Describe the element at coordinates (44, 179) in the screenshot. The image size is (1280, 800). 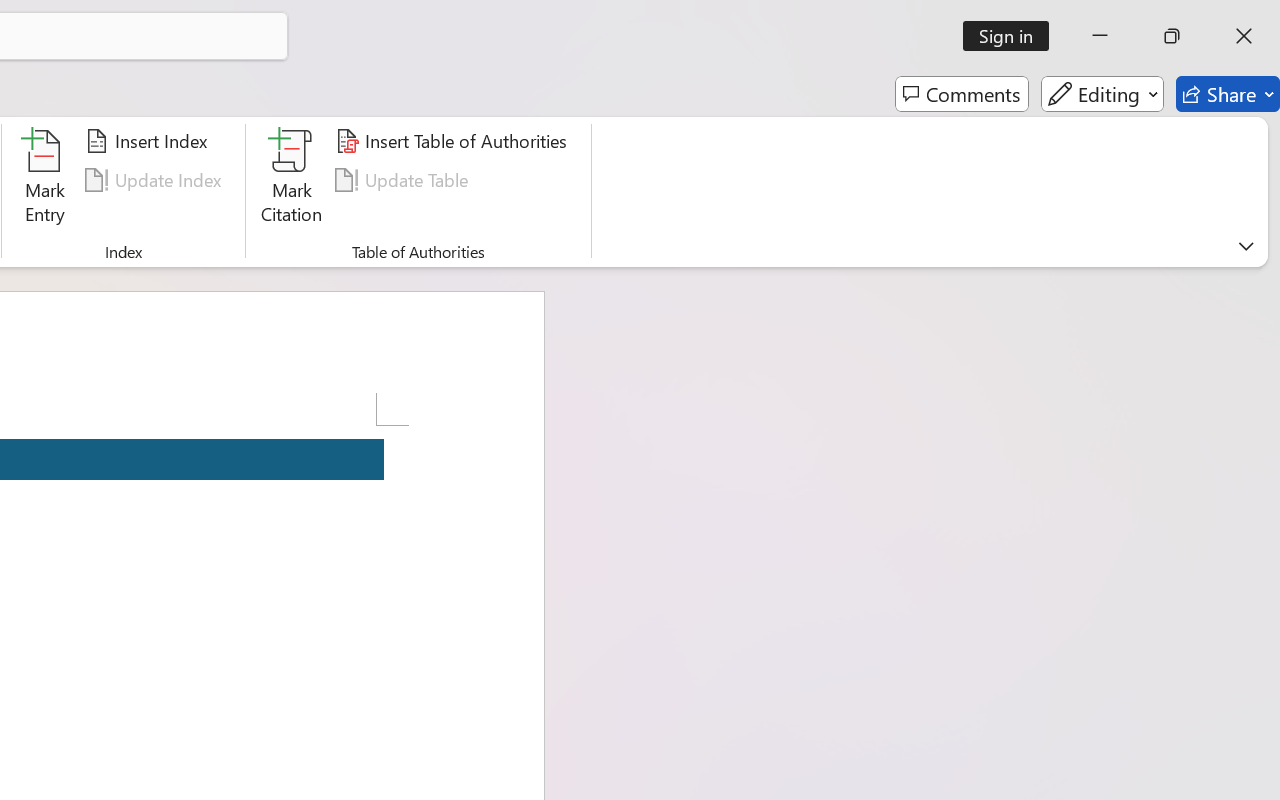
I see `'Mark Entry...'` at that location.